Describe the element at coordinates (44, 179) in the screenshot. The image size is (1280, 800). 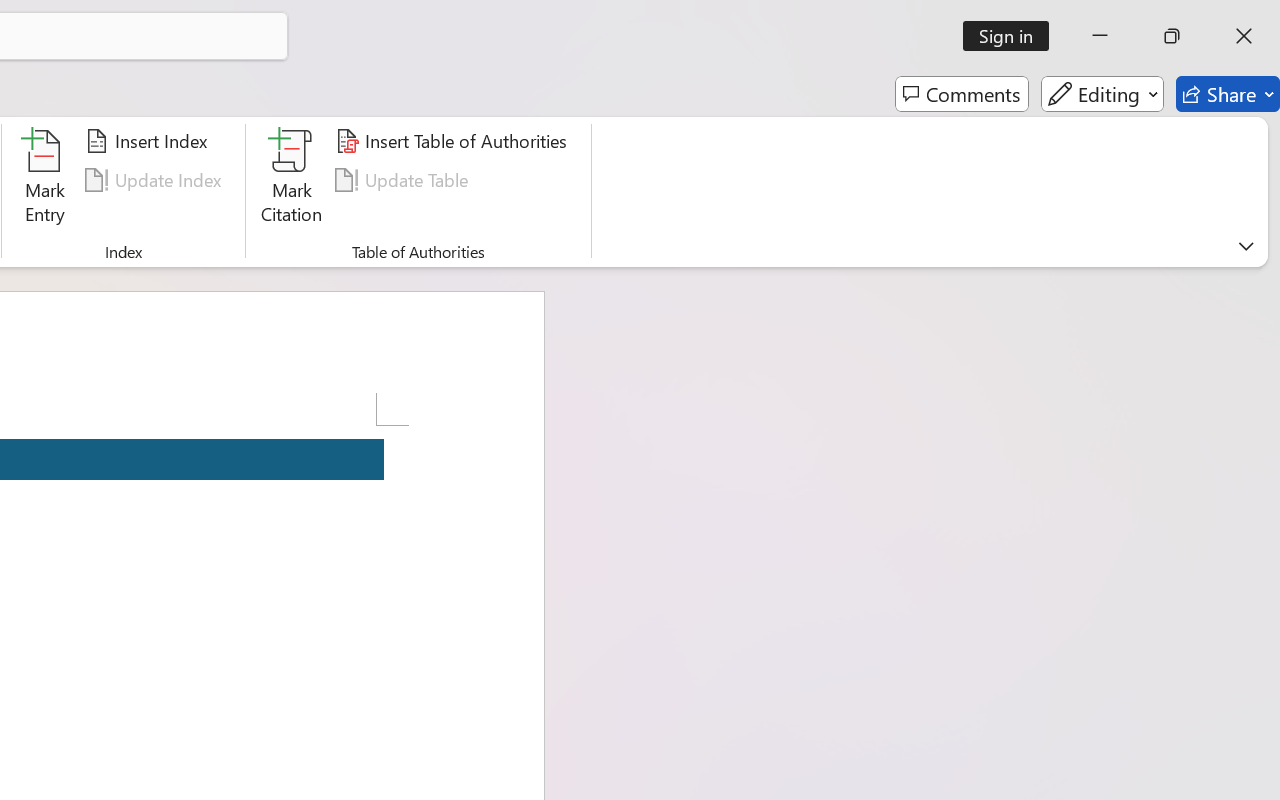
I see `'Mark Entry...'` at that location.